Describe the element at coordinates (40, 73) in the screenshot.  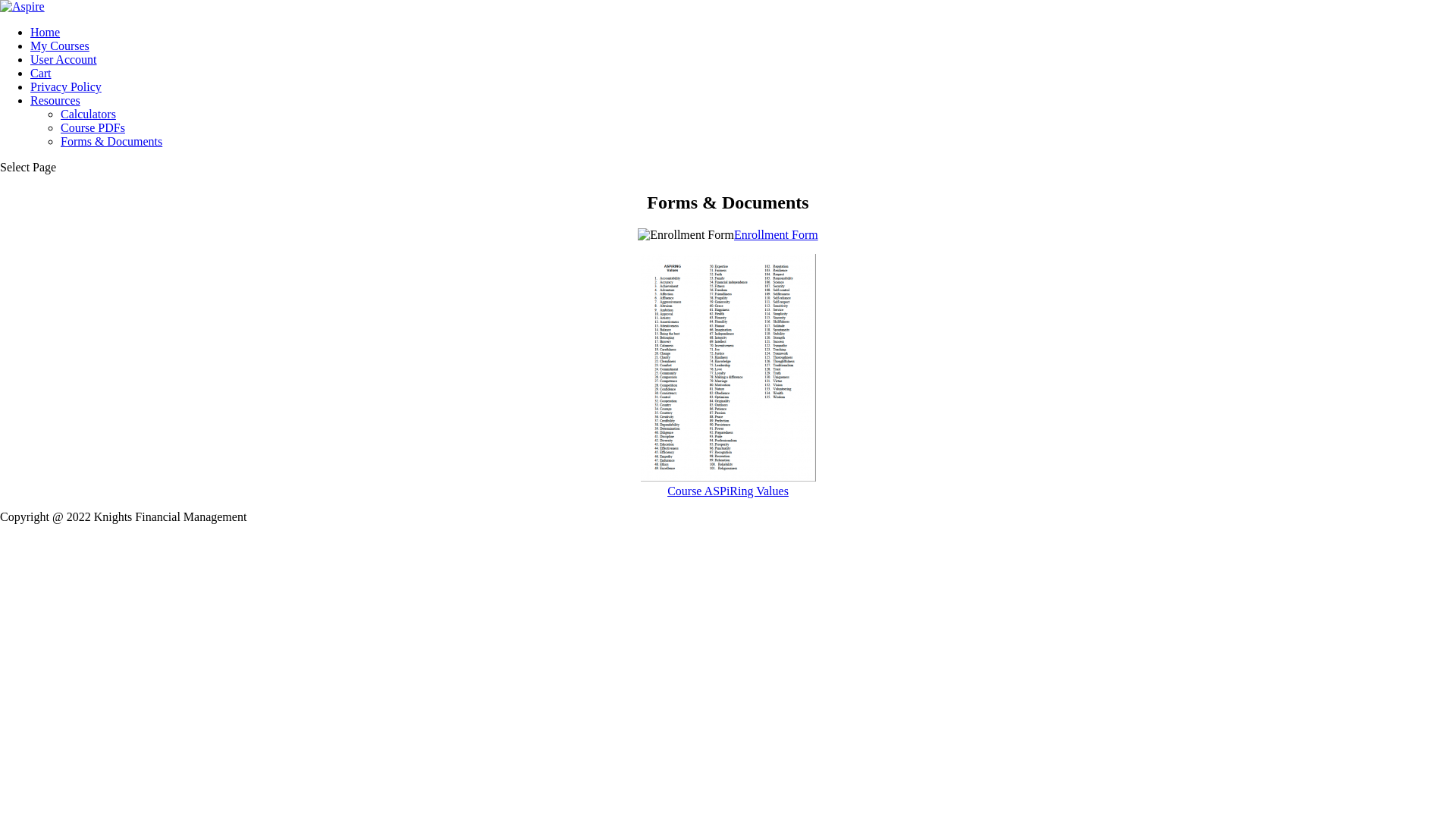
I see `'Cart'` at that location.